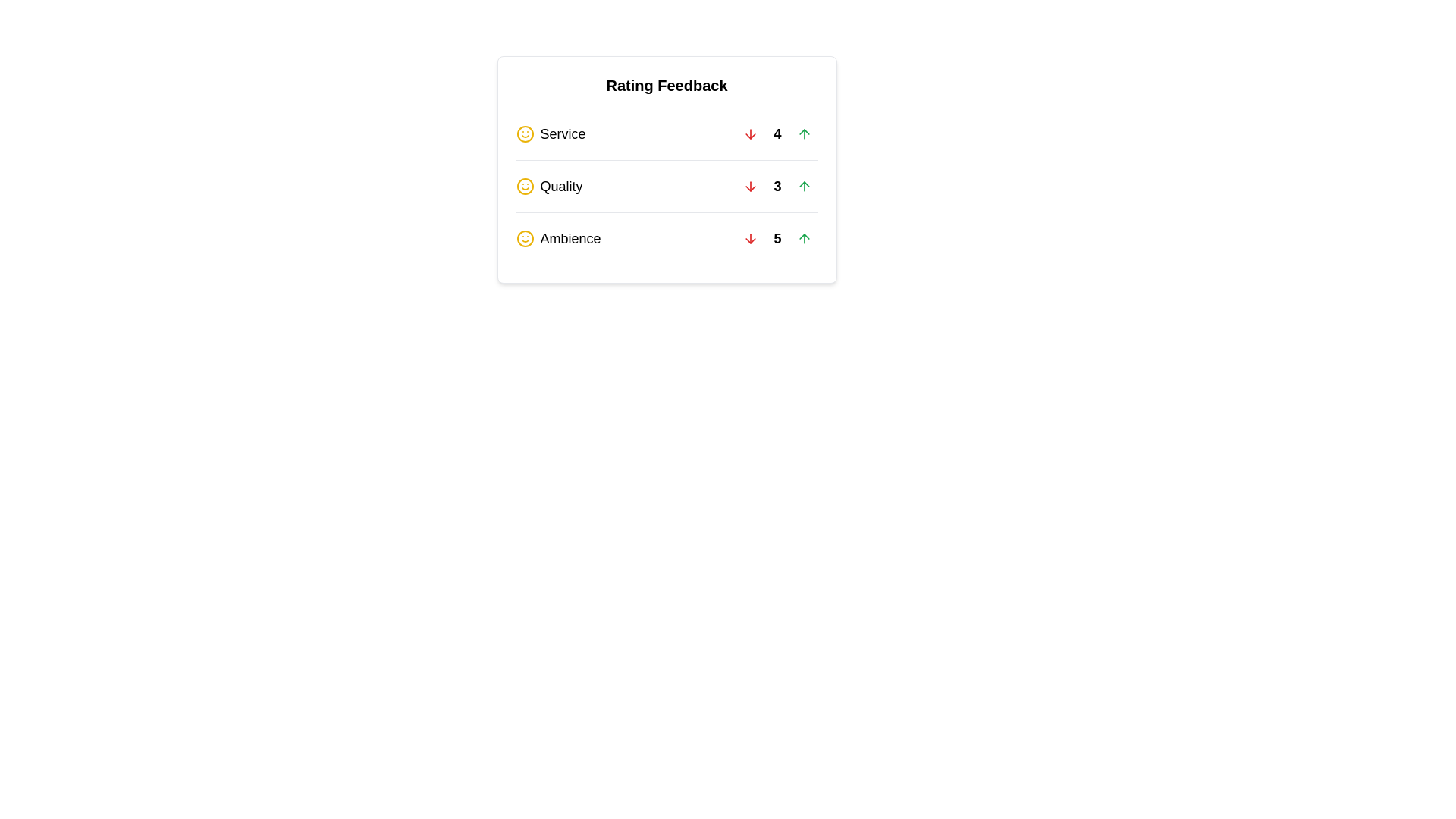 The image size is (1456, 819). I want to click on the red downward-pointing arrow button located next to the 'Service' label and the score '4' in the rating feedback section, so click(751, 133).